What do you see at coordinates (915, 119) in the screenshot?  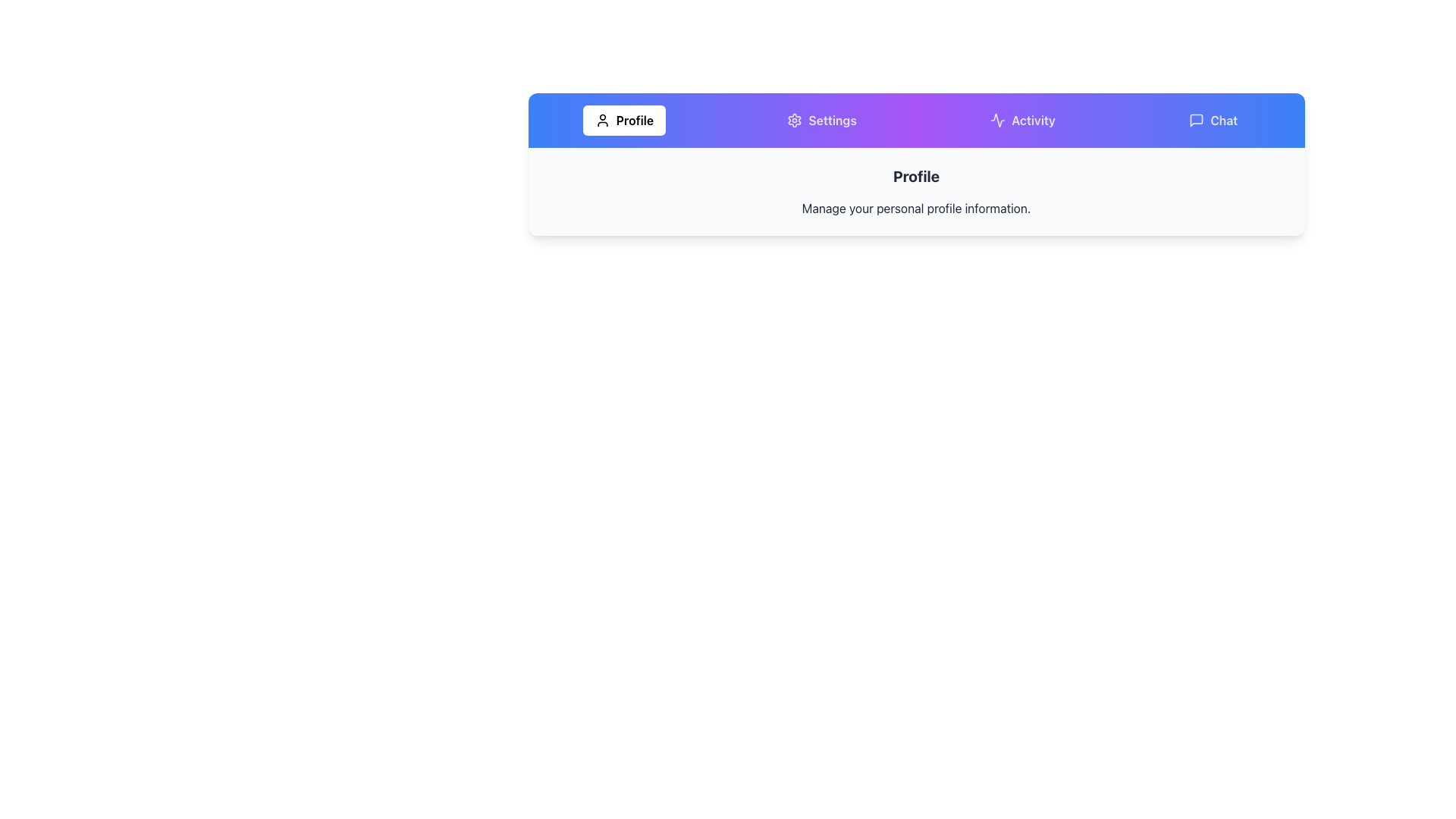 I see `the Navigation Bar which contains sections labeled 'Profile', 'Settings', 'Activity', and 'Chat'` at bounding box center [915, 119].